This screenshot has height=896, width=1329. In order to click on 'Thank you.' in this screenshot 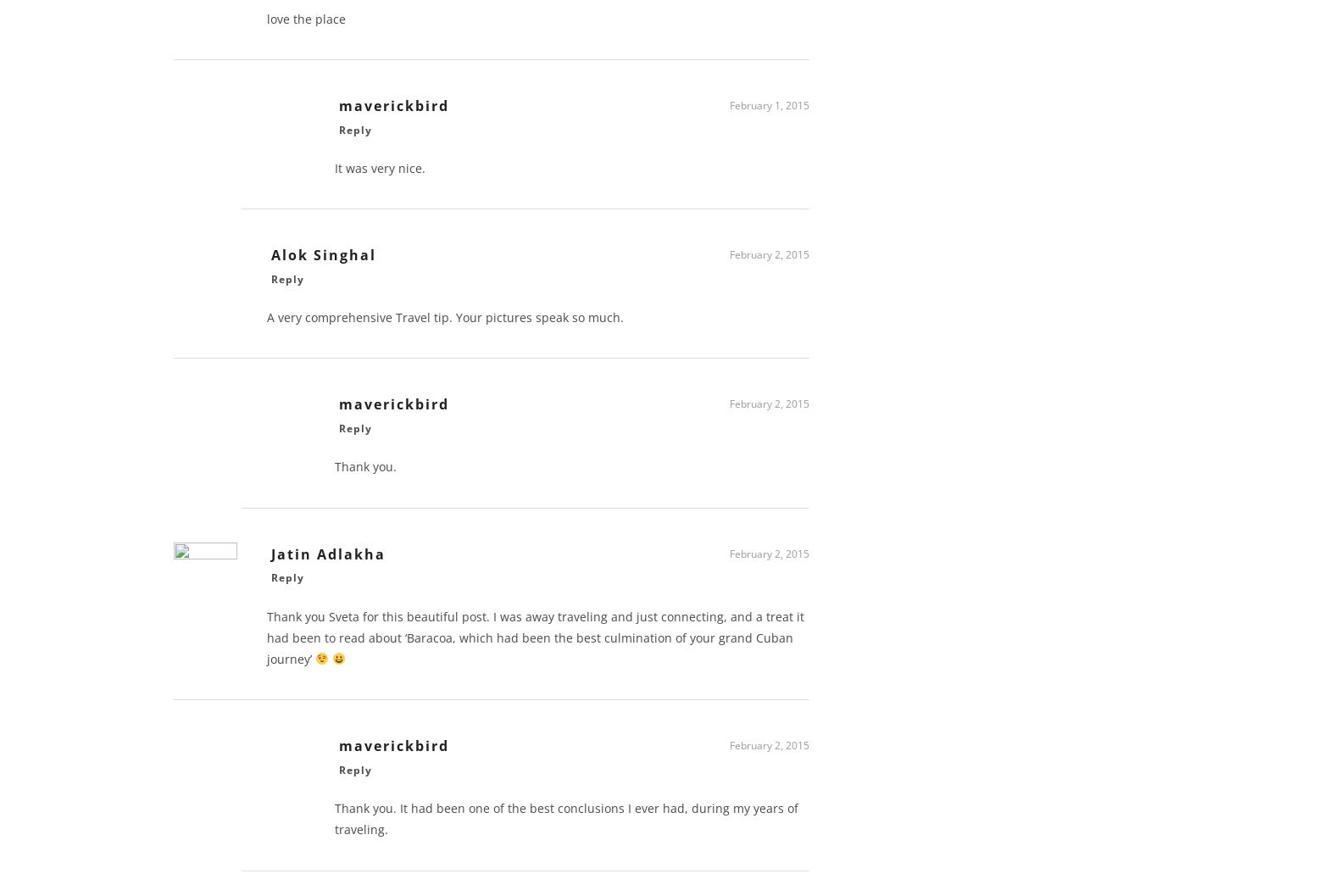, I will do `click(365, 471)`.